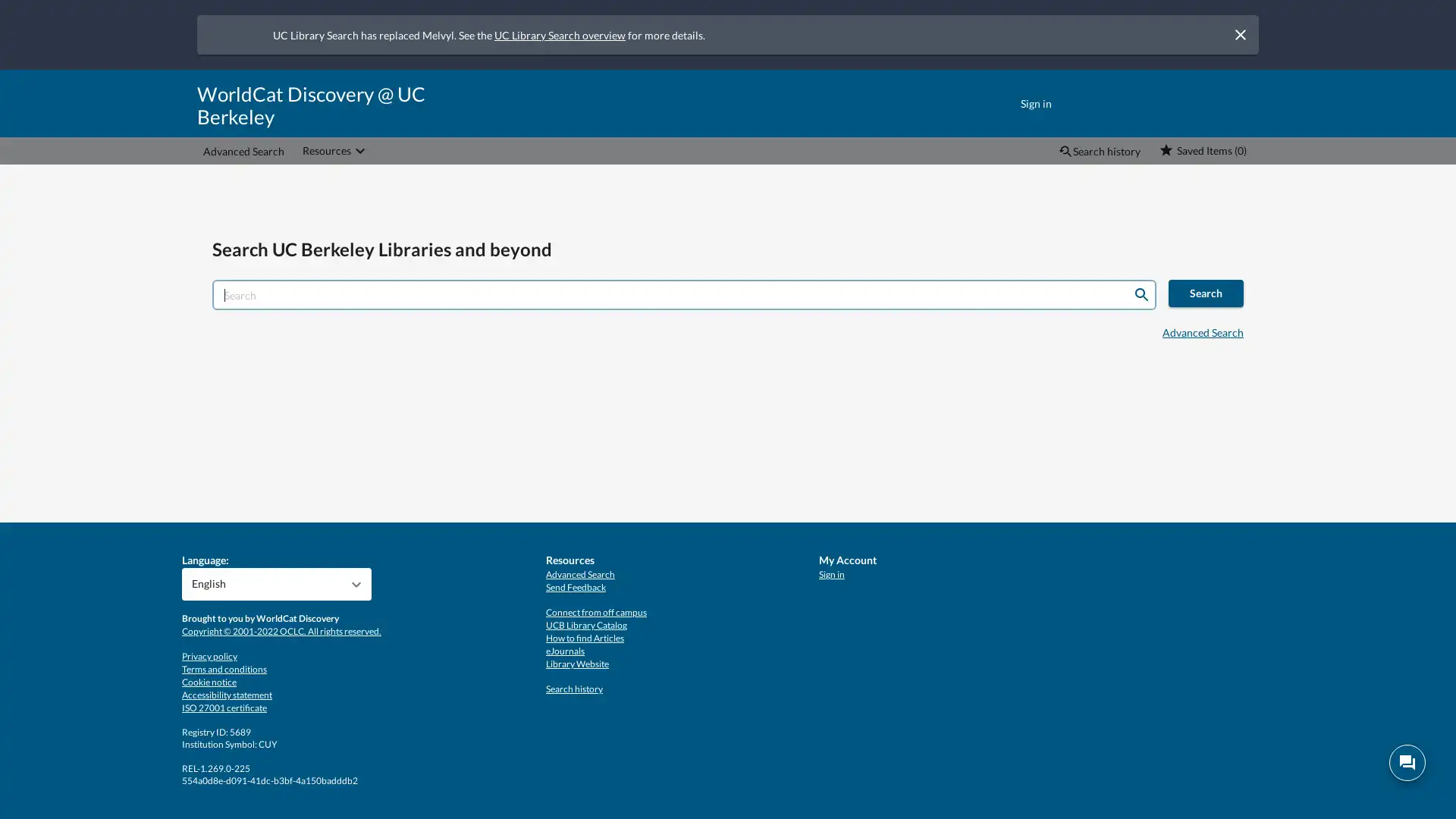  I want to click on Search, so click(1141, 295).